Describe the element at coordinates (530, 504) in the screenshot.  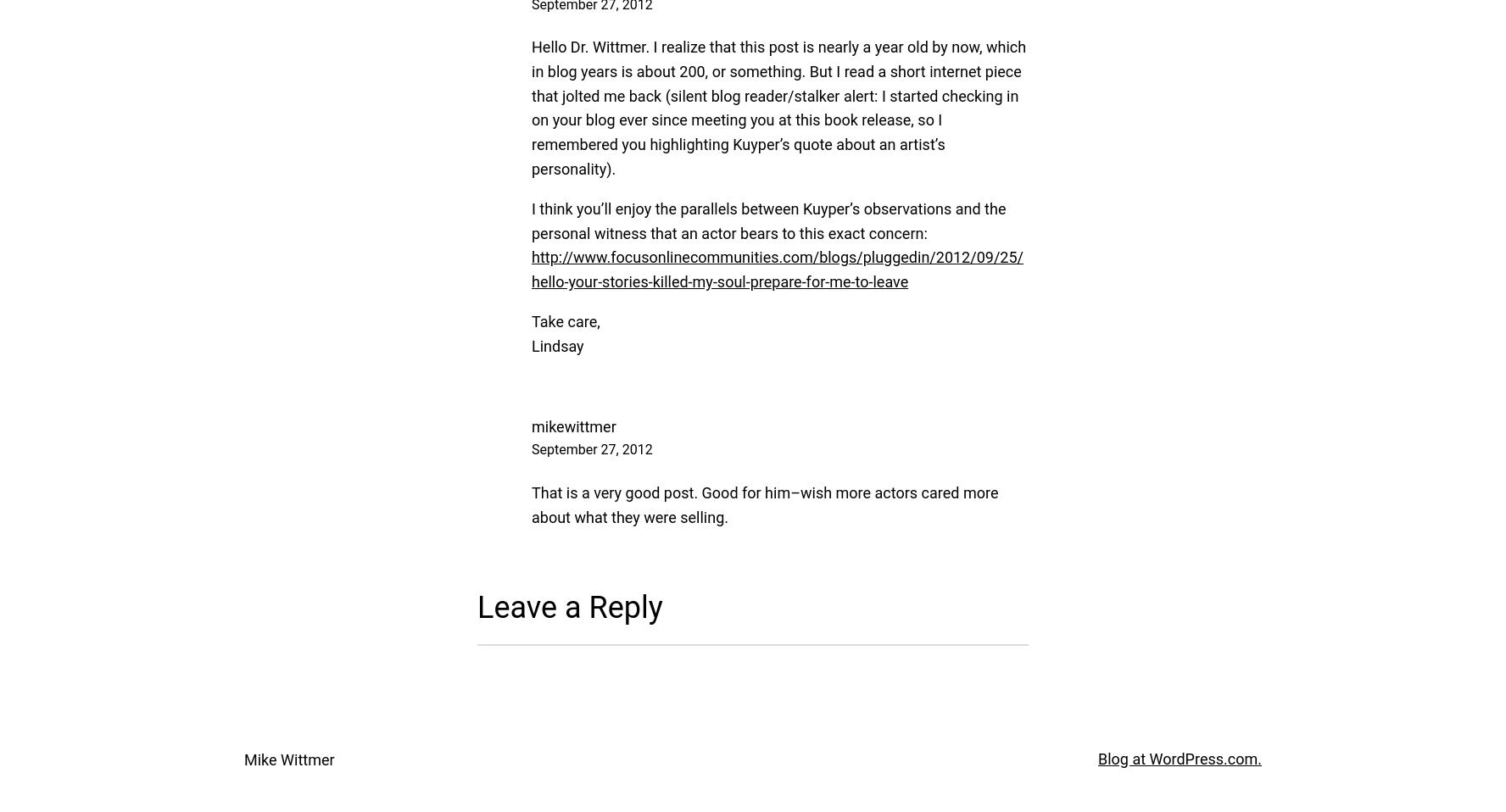
I see `'That is a very good post. Good for him–wish more actors cared more about what they were selling.'` at that location.